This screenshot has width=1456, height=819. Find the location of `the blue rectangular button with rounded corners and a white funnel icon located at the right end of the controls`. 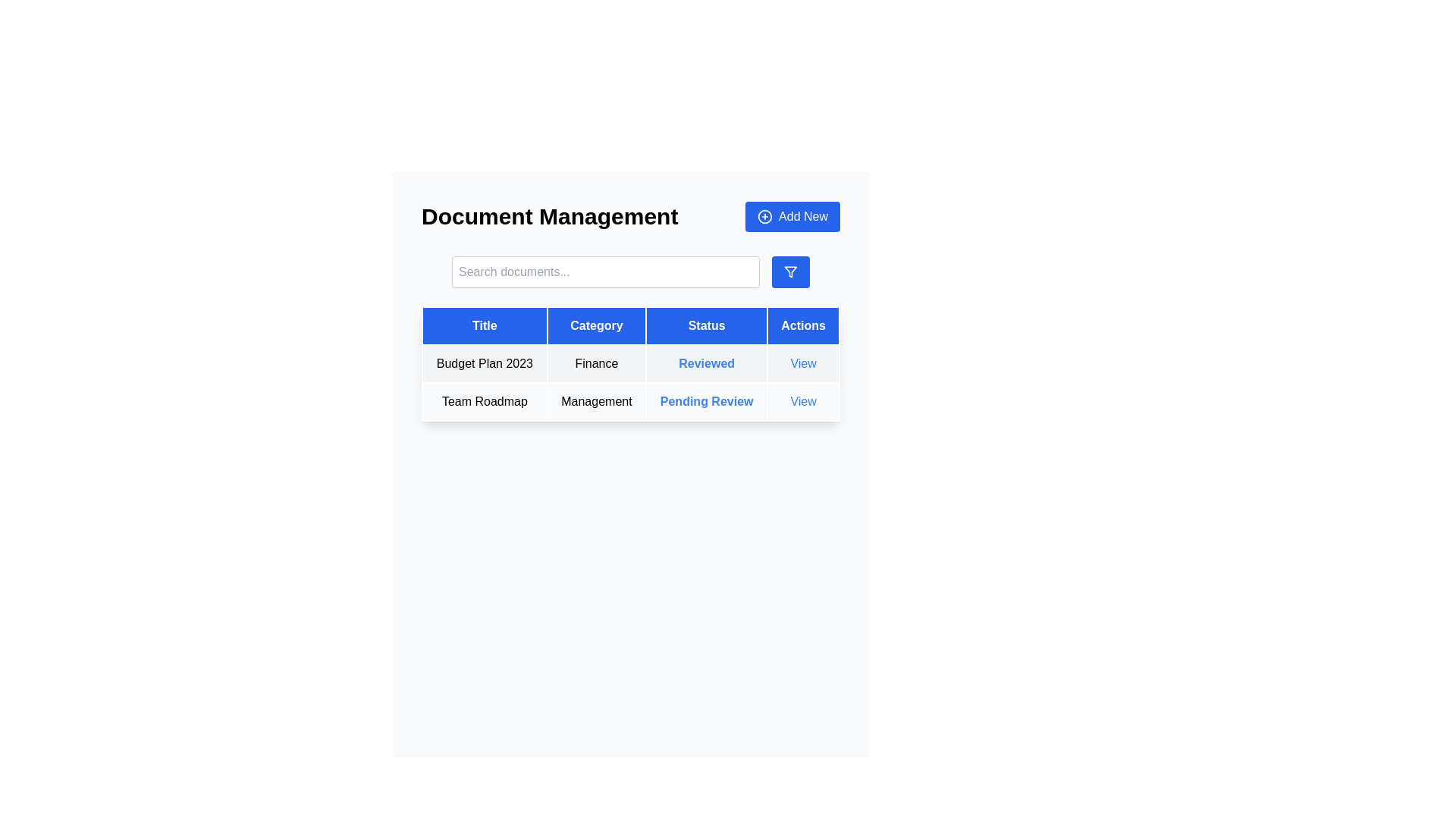

the blue rectangular button with rounded corners and a white funnel icon located at the right end of the controls is located at coordinates (789, 271).